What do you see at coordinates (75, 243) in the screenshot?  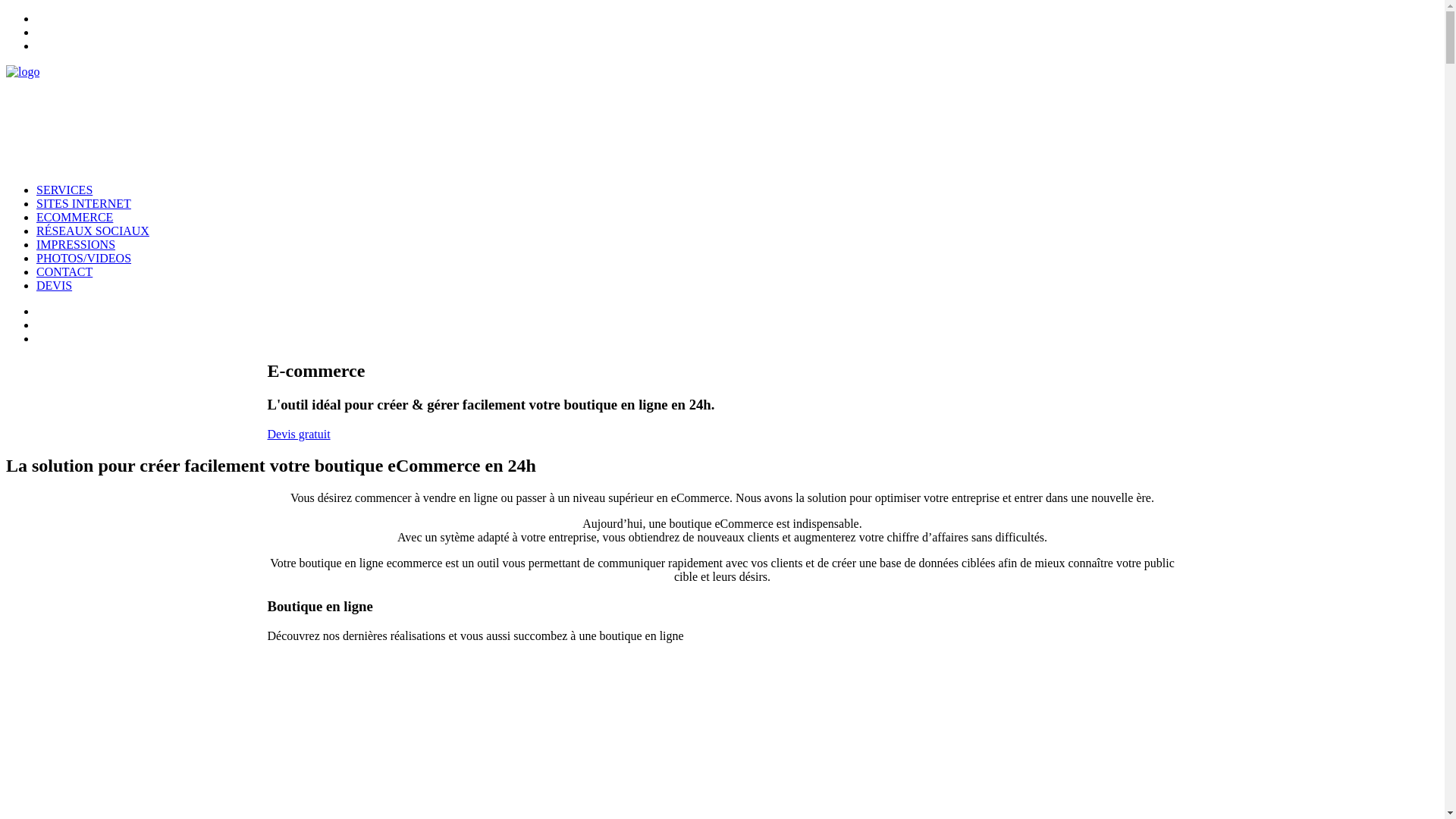 I see `'IMPRESSIONS'` at bounding box center [75, 243].